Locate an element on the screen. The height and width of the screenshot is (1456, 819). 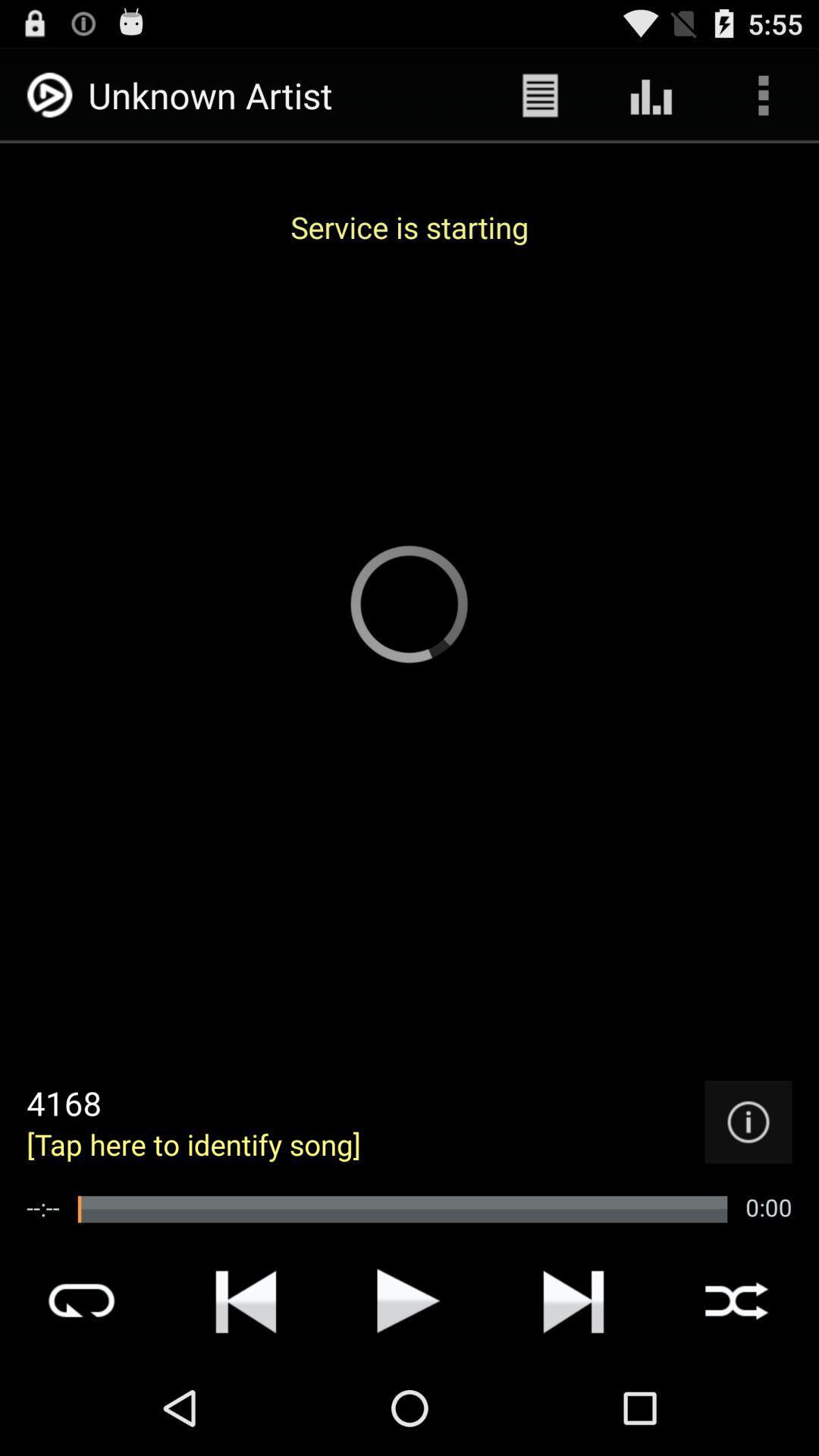
go back is located at coordinates (245, 1300).